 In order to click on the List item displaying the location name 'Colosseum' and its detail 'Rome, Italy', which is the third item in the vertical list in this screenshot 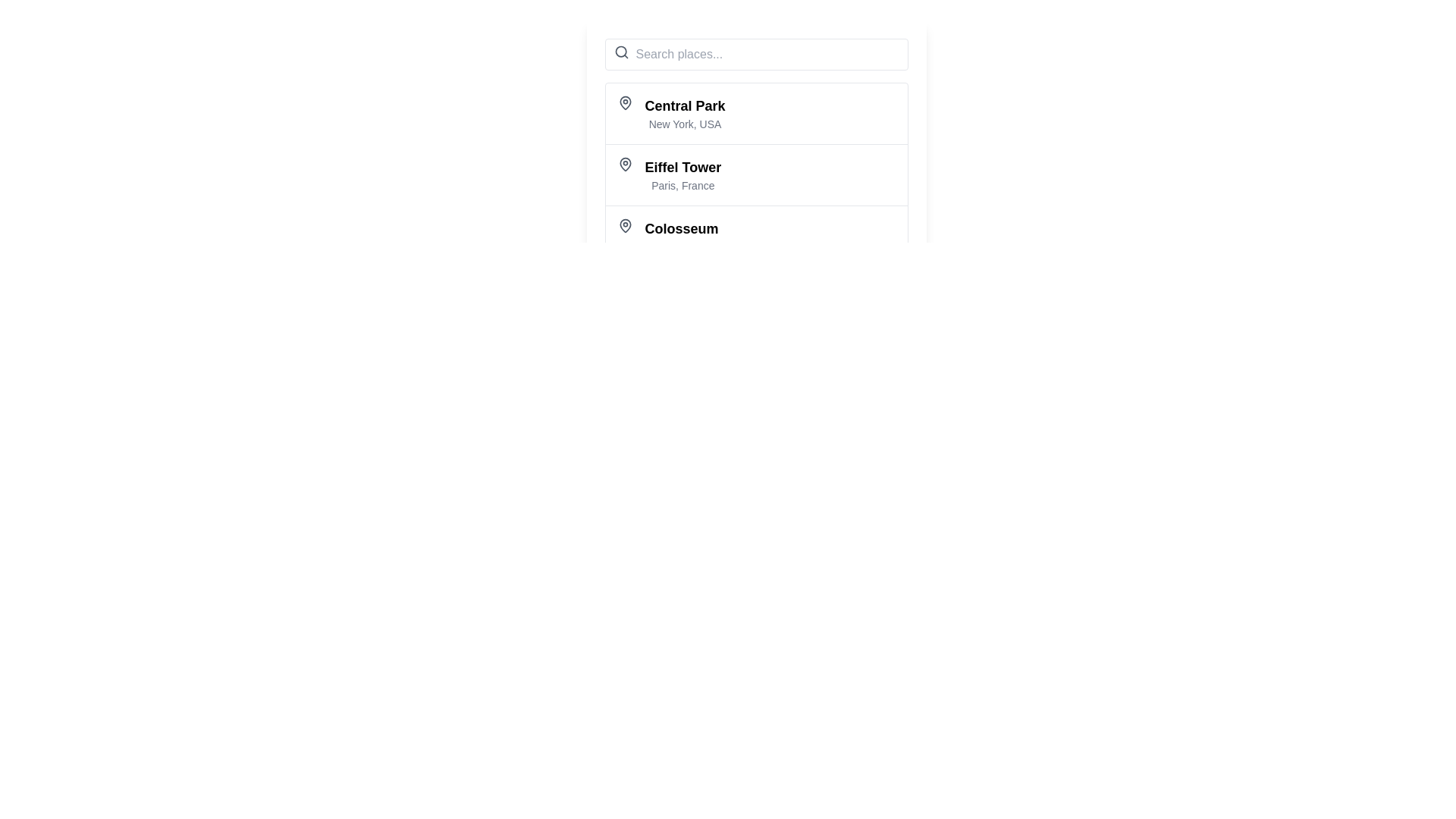, I will do `click(756, 236)`.